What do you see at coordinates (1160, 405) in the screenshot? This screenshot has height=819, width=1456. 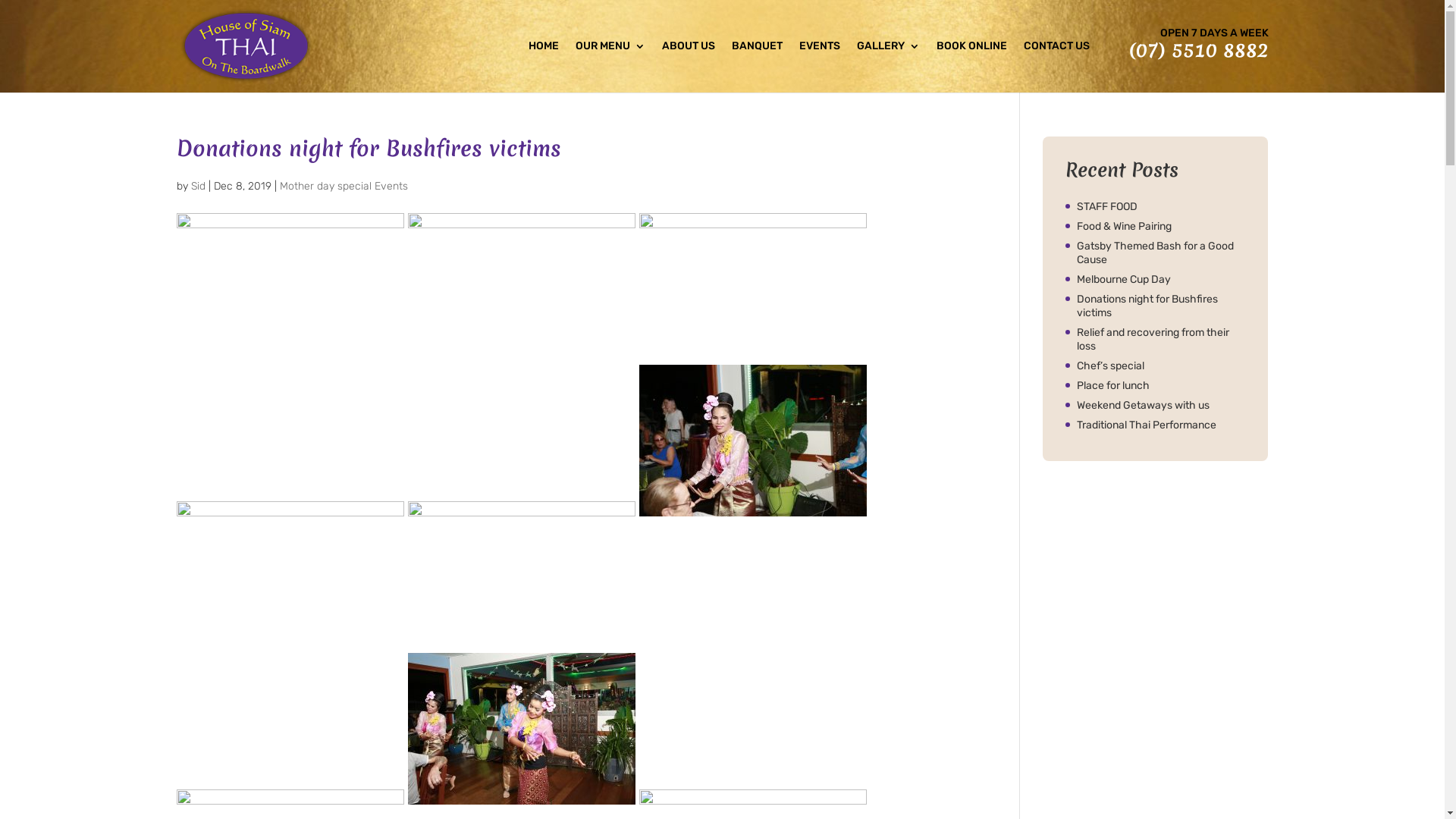 I see `'Weekend Getaways with us'` at bounding box center [1160, 405].